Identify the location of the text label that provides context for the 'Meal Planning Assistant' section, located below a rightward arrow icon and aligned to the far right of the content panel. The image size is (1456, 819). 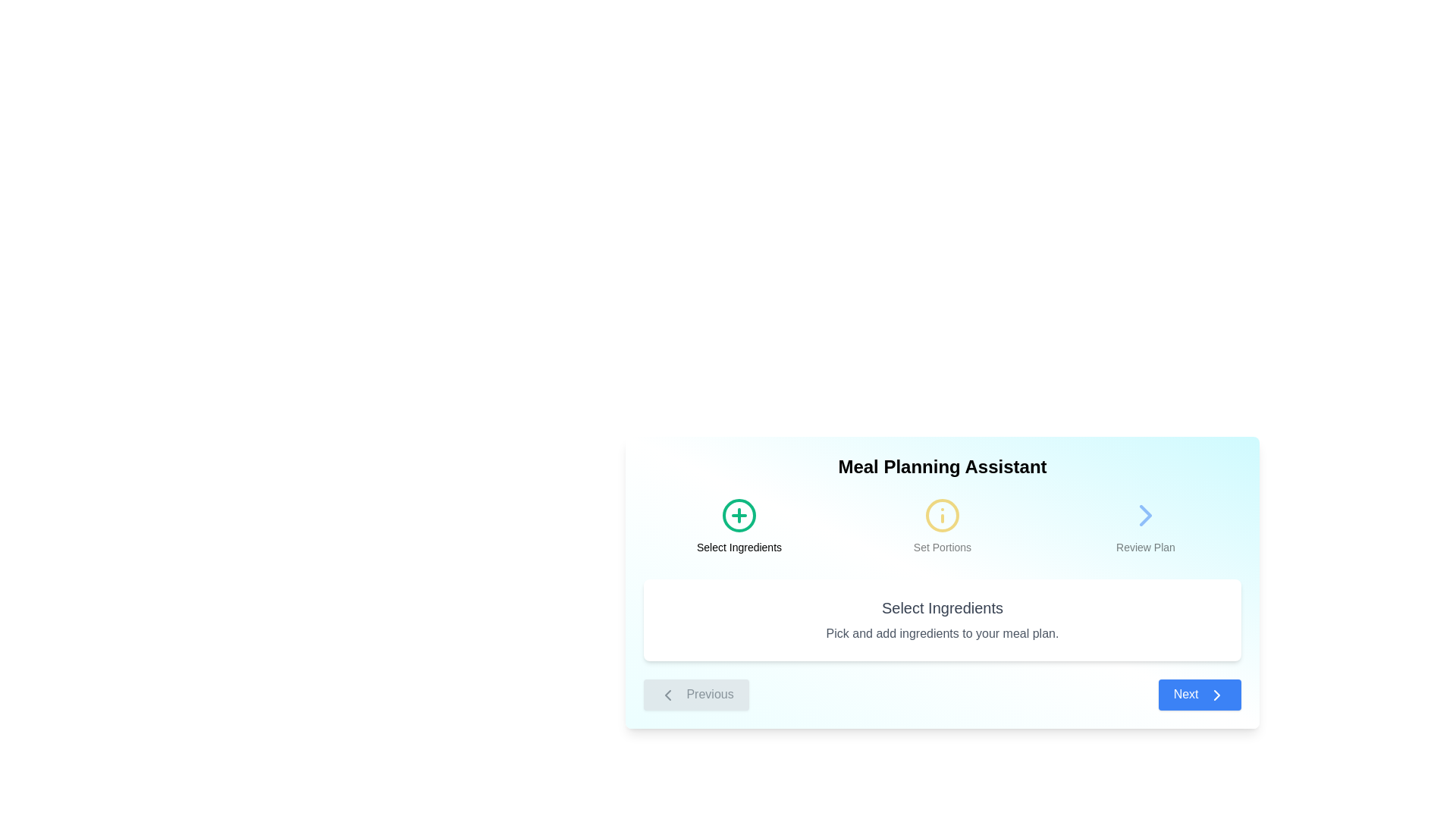
(1146, 547).